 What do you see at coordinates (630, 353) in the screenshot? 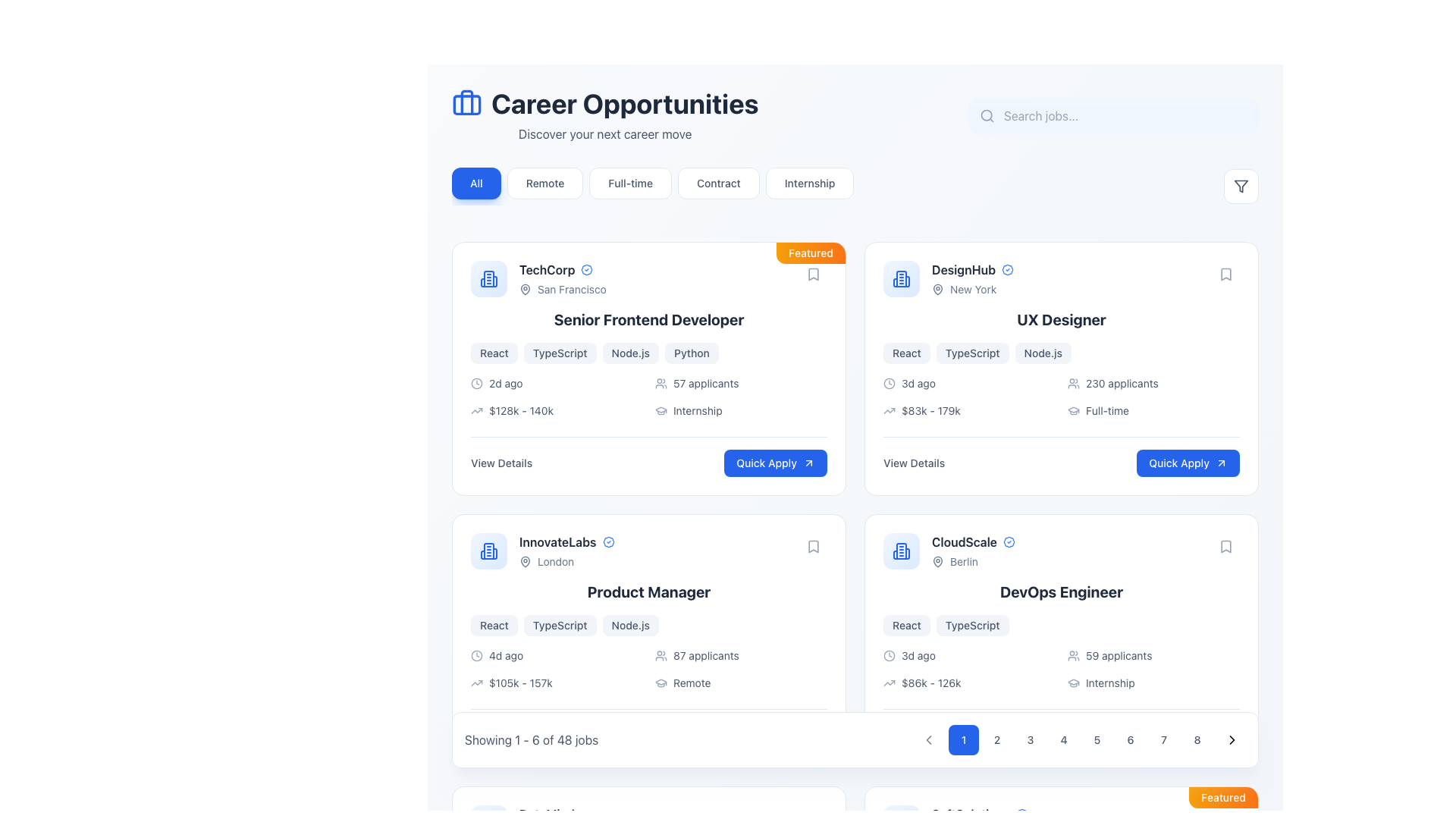
I see `the displayed text of the third badge representing a technology or skill requirement associated with the job posting for 'Senior Frontend Developer' at 'TechCorp.'` at bounding box center [630, 353].